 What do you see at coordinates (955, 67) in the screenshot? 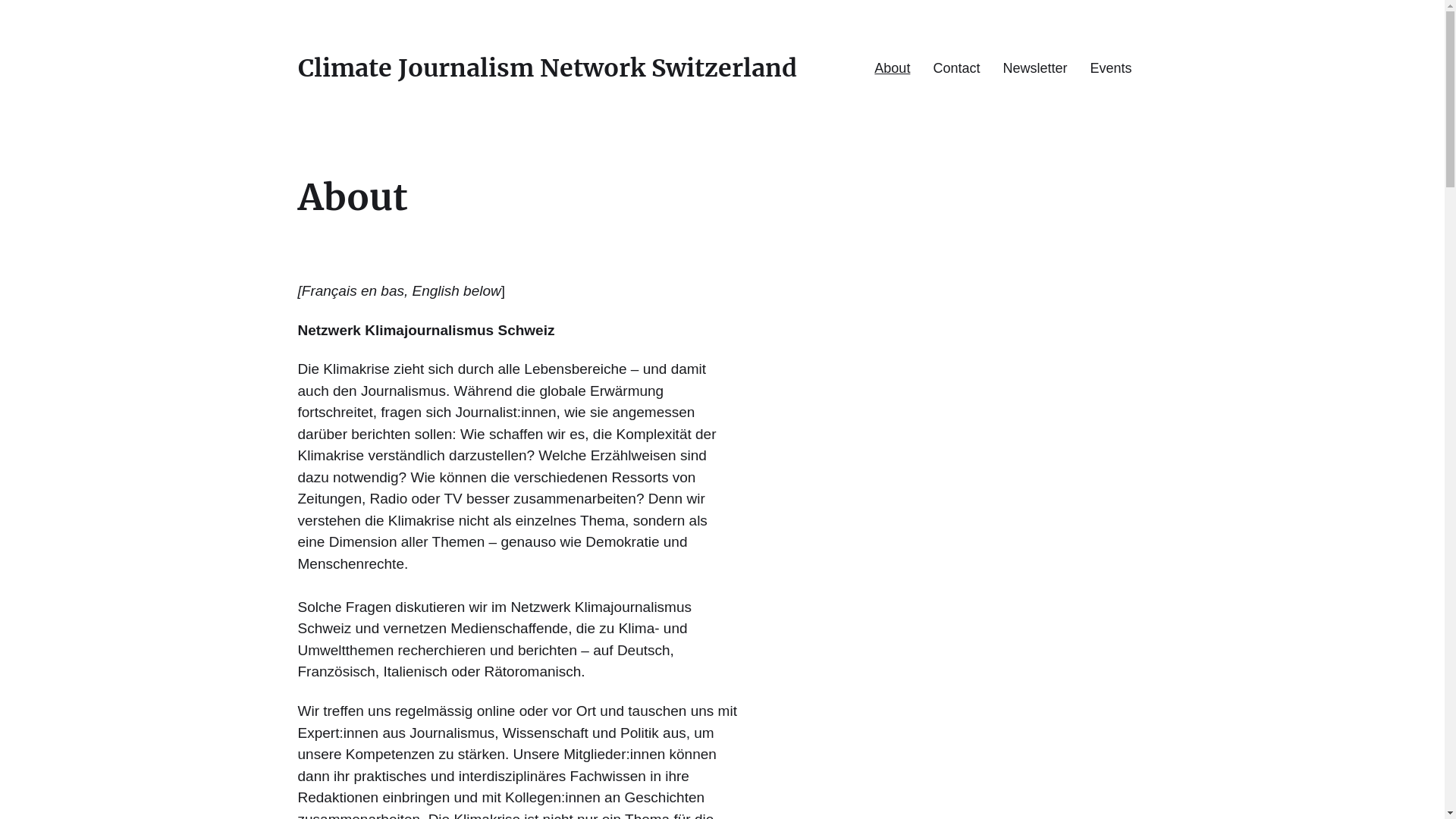
I see `'Contact'` at bounding box center [955, 67].